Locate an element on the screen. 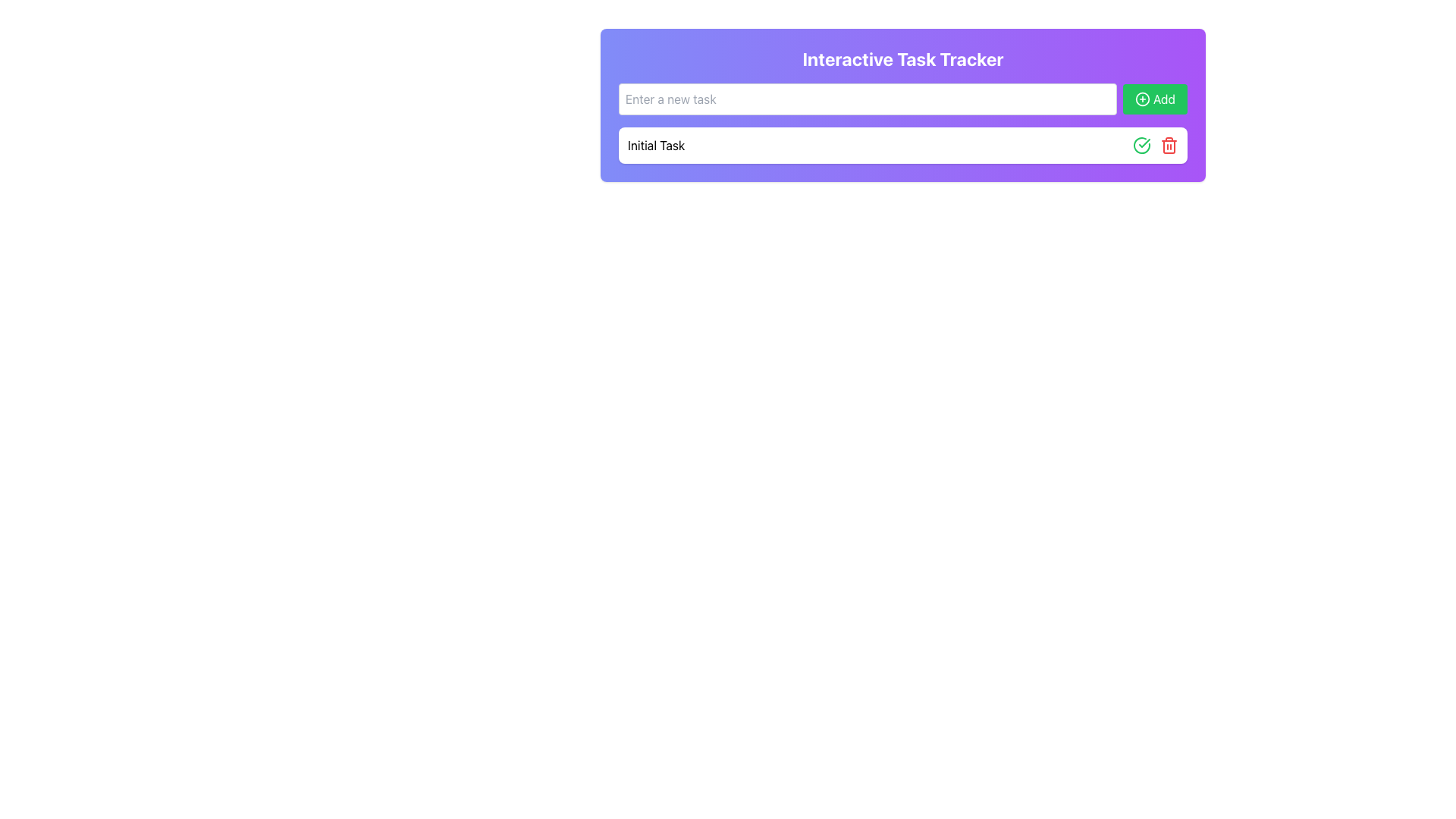  the checkmark icon located near the right side of the task input section is located at coordinates (1144, 143).